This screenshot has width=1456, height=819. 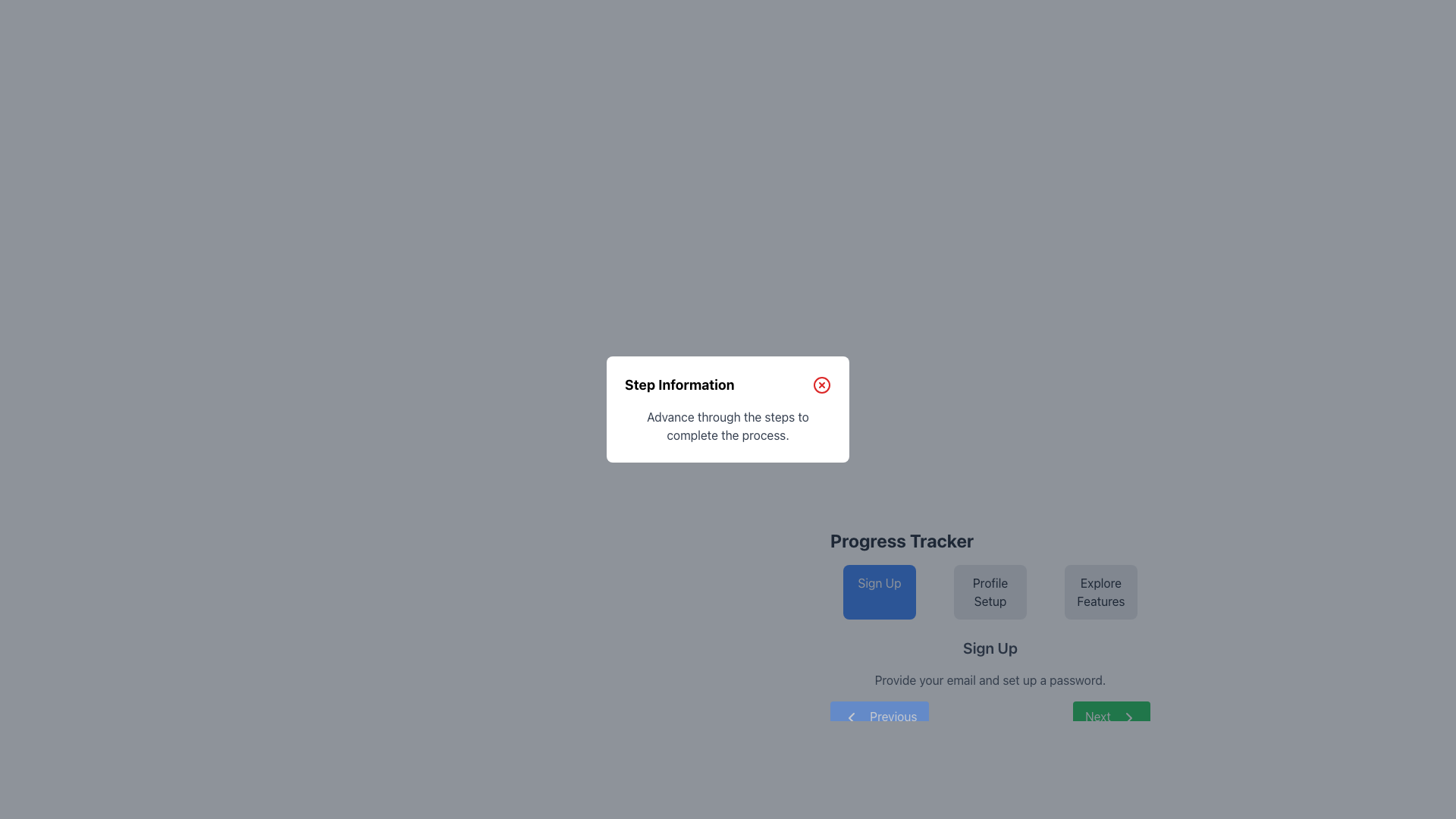 I want to click on the Close button located in the top-right corner of the 'Step Information' notification box, so click(x=821, y=384).